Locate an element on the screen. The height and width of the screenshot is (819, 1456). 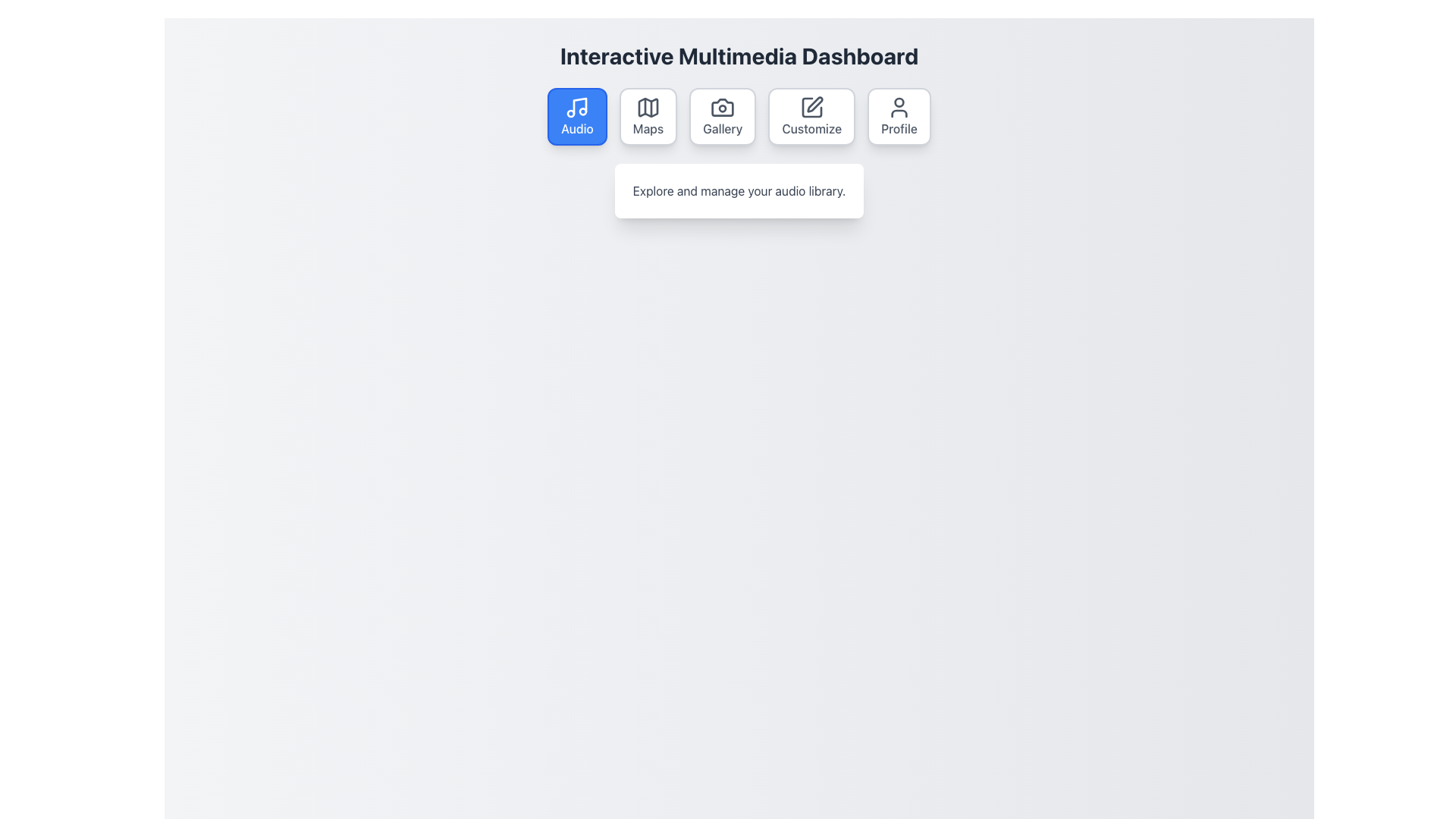
the 'Maps' navigation button, which is the second card in a row of options beneath the 'Interactive Multimedia Dashboard' title is located at coordinates (648, 116).